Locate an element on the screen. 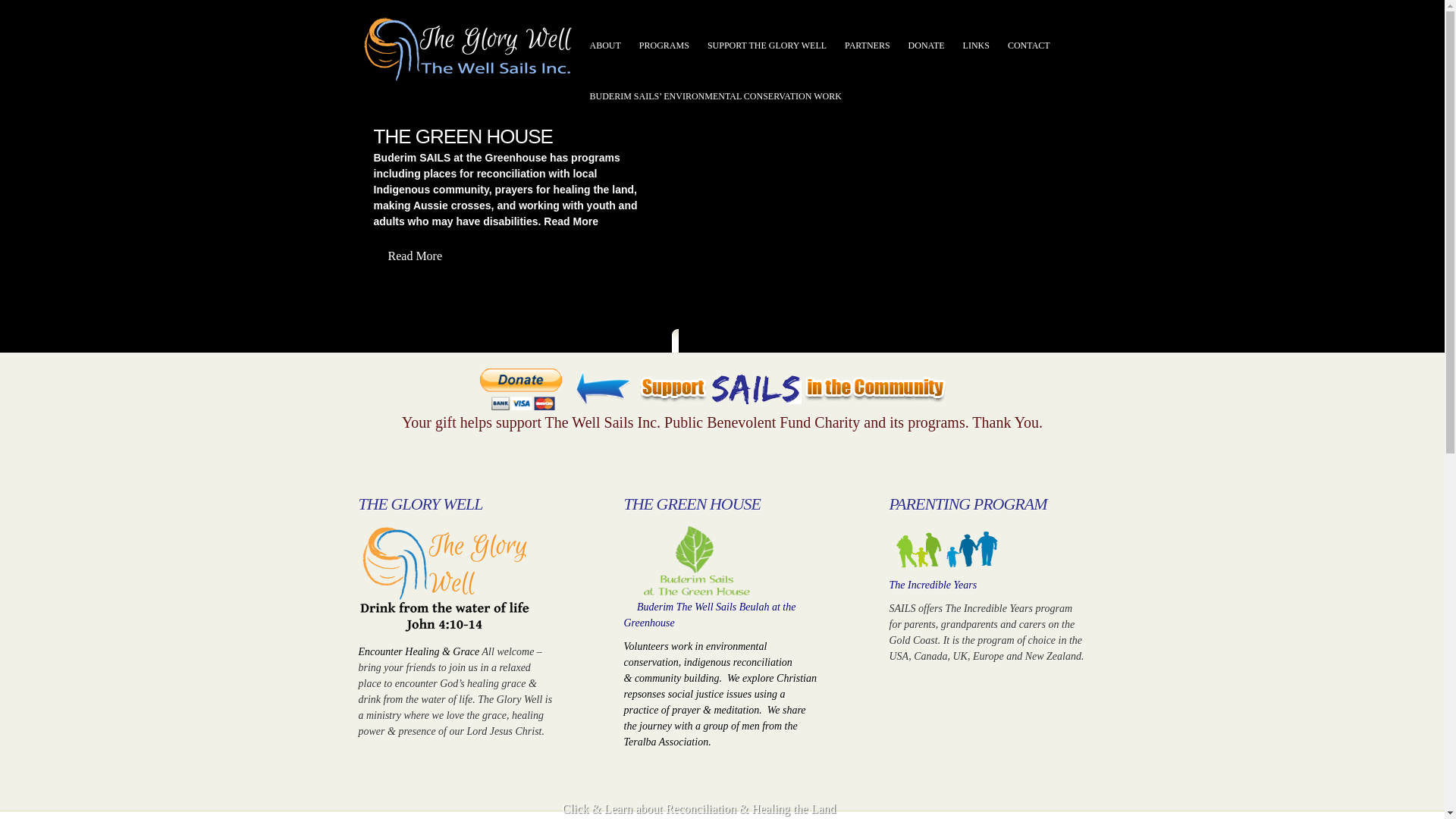 This screenshot has width=1456, height=819. '3' is located at coordinates (720, 343).